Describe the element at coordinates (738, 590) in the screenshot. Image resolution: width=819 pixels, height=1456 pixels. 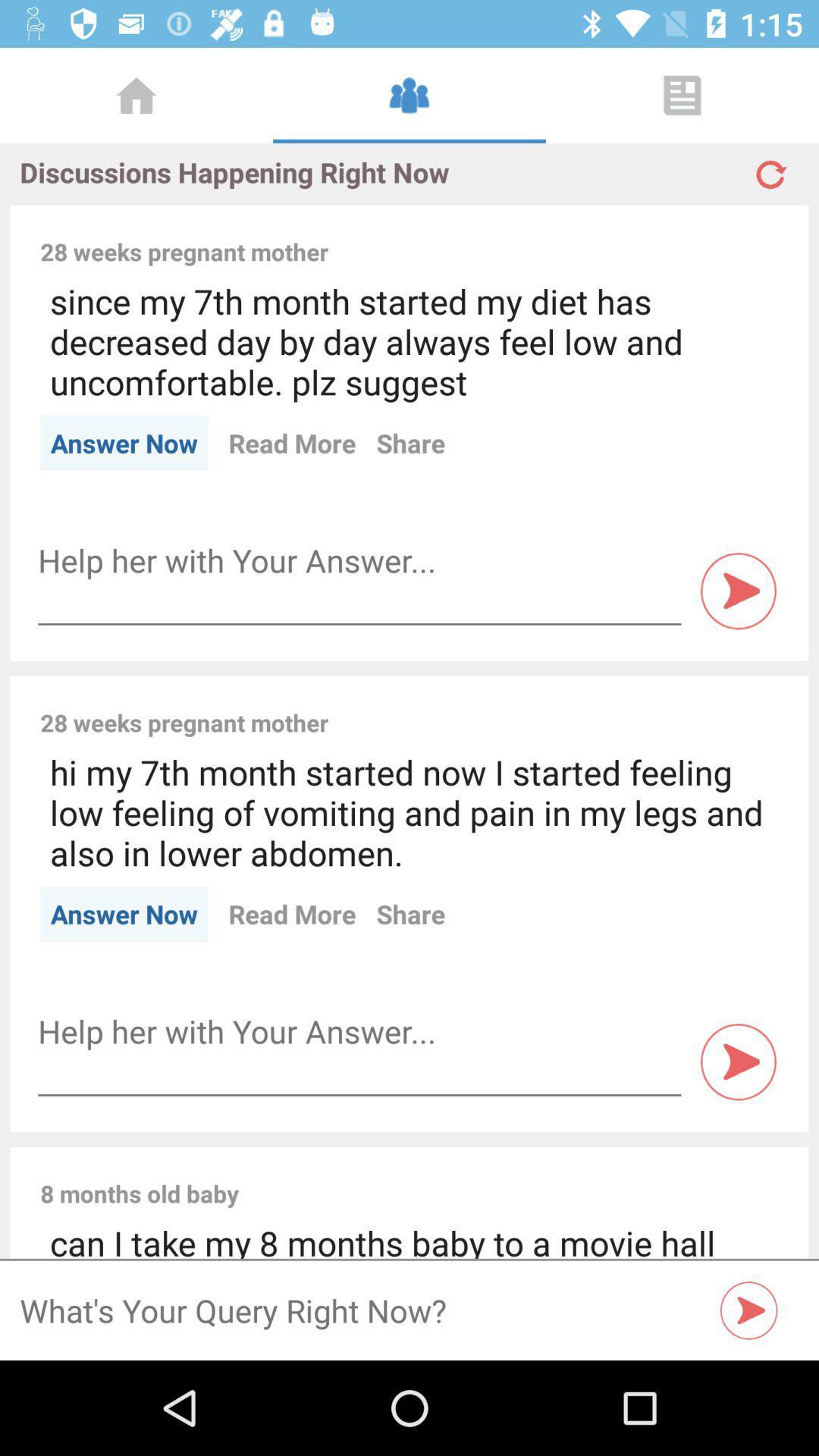
I see `play` at that location.